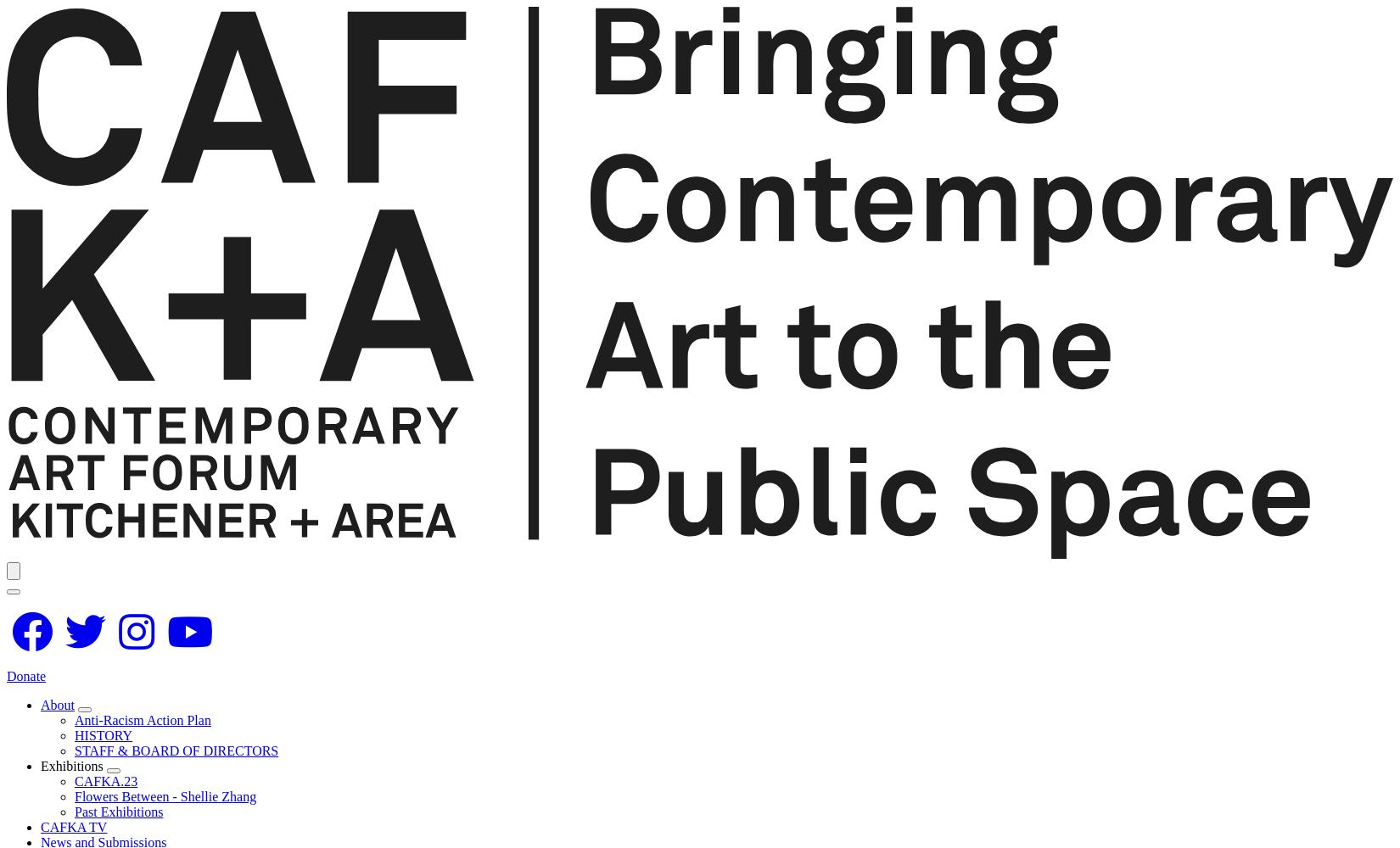  What do you see at coordinates (41, 703) in the screenshot?
I see `'About'` at bounding box center [41, 703].